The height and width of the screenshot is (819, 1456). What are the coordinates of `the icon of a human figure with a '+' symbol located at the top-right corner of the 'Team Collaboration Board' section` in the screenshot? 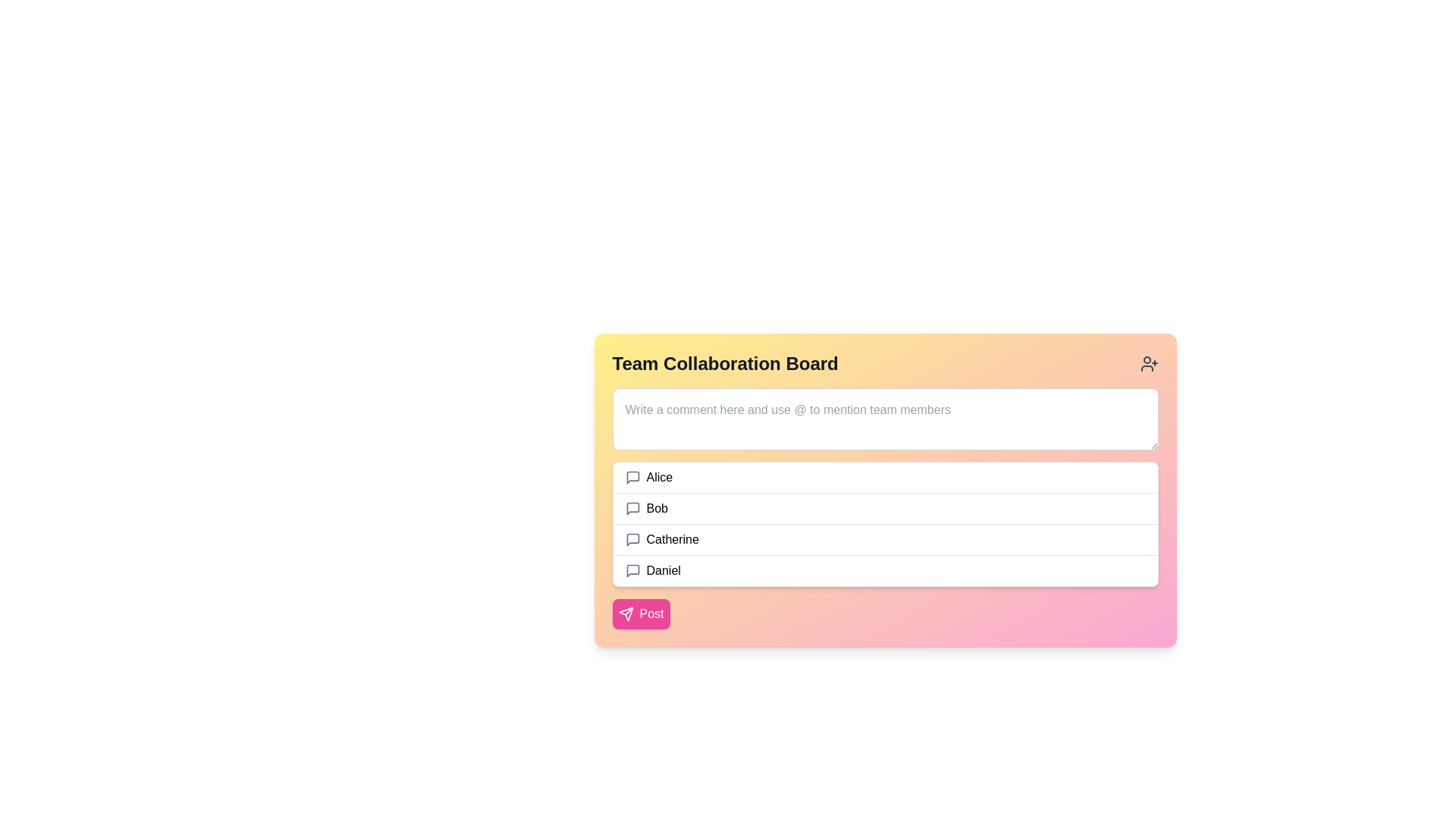 It's located at (1149, 363).